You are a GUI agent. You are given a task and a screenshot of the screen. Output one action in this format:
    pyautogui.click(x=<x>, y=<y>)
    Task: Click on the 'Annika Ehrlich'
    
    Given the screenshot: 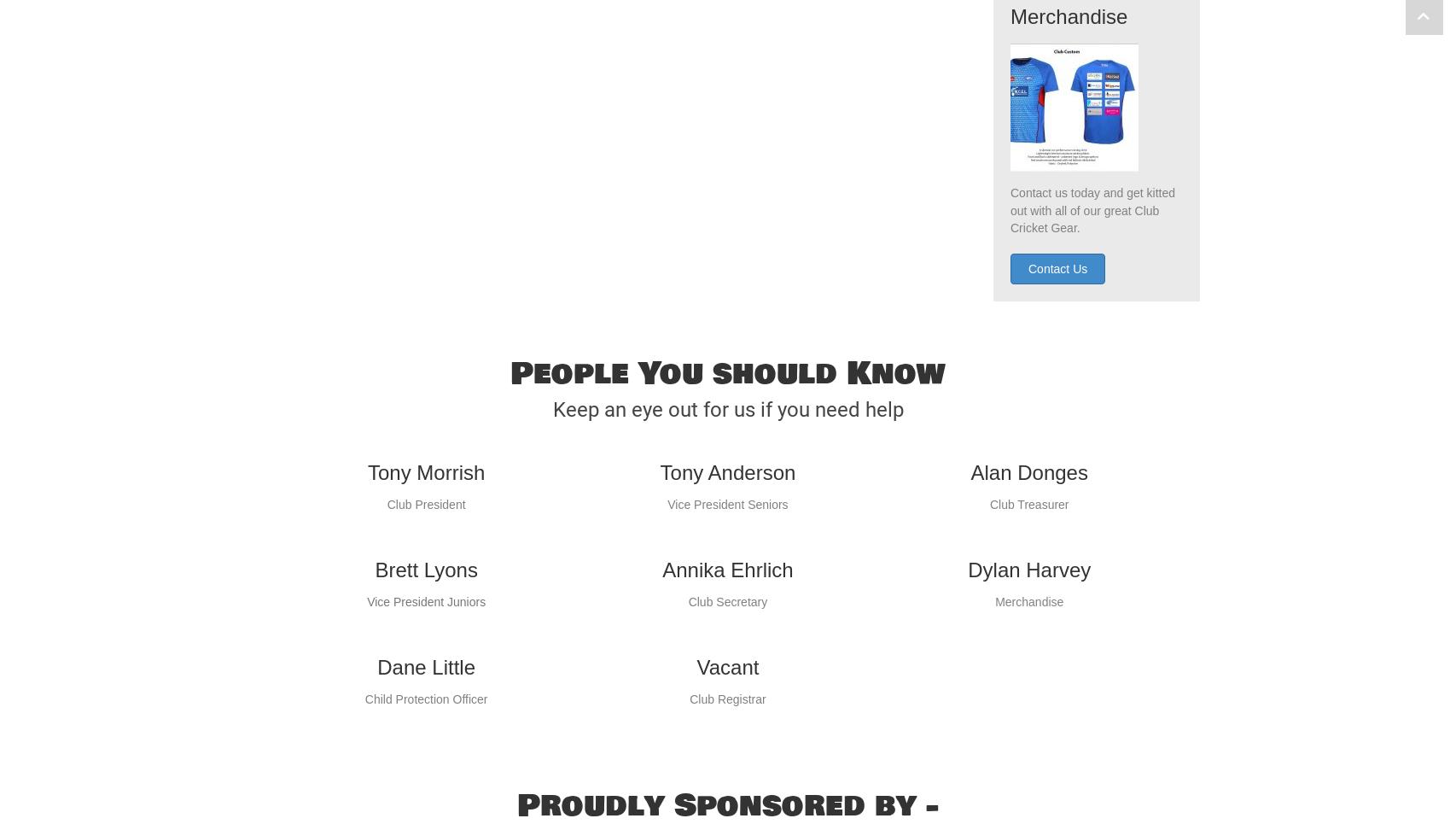 What is the action you would take?
    pyautogui.click(x=661, y=604)
    